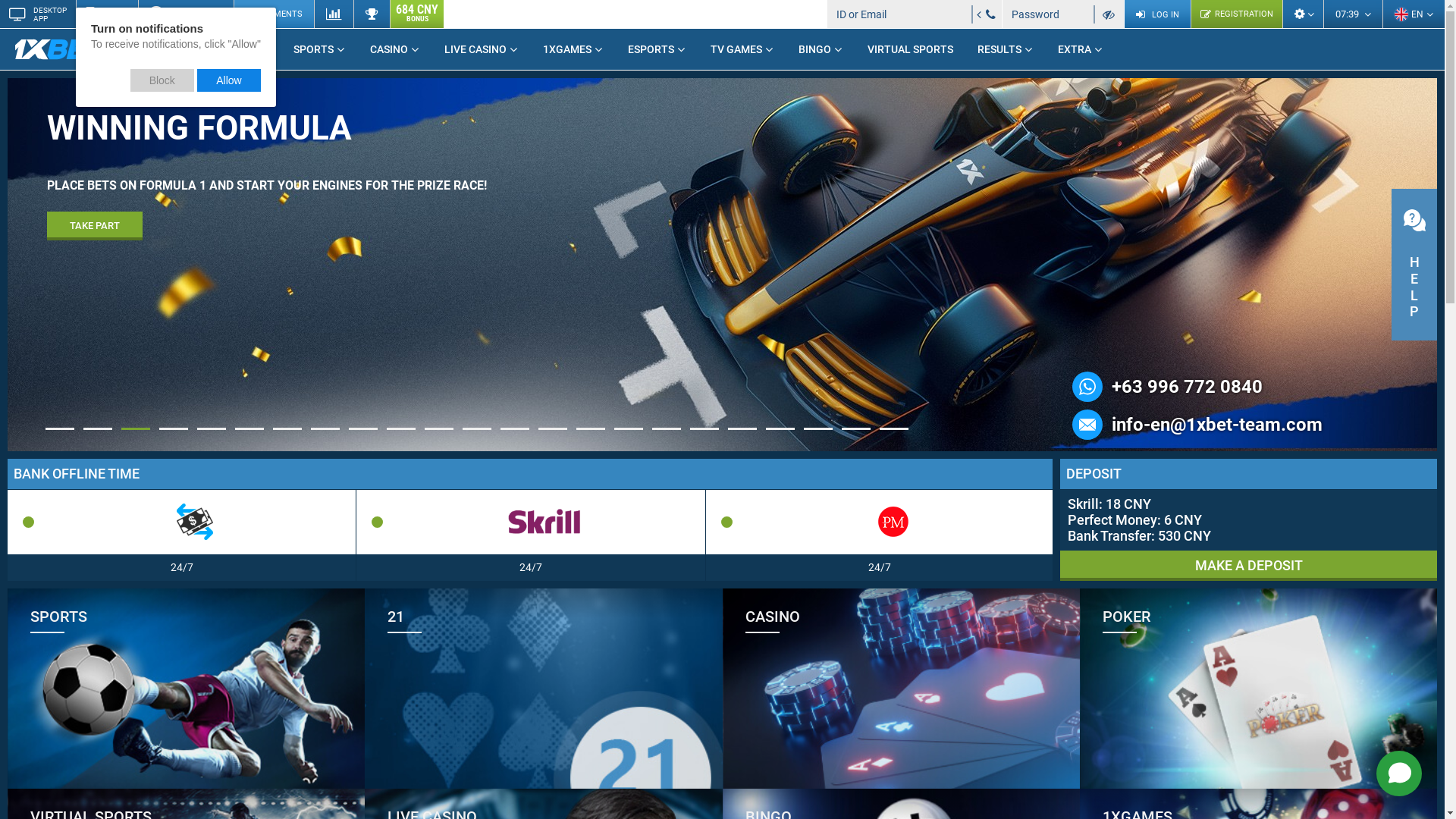  Describe the element at coordinates (1248, 565) in the screenshot. I see `'MAKE A DEPOSIT'` at that location.